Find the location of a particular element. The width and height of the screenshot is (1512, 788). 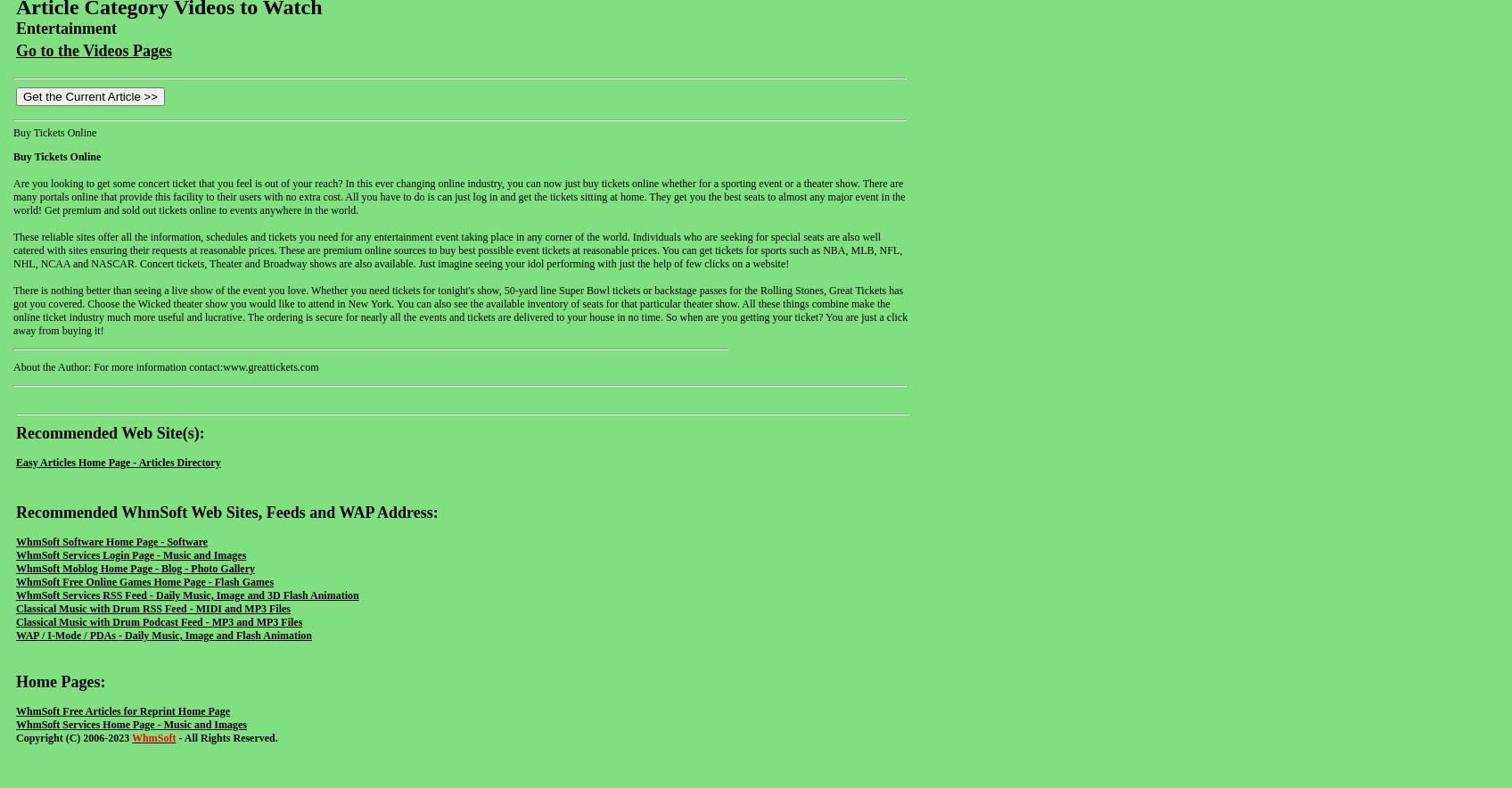

'WhmSoft Services Home Page - Music and Images' is located at coordinates (131, 724).